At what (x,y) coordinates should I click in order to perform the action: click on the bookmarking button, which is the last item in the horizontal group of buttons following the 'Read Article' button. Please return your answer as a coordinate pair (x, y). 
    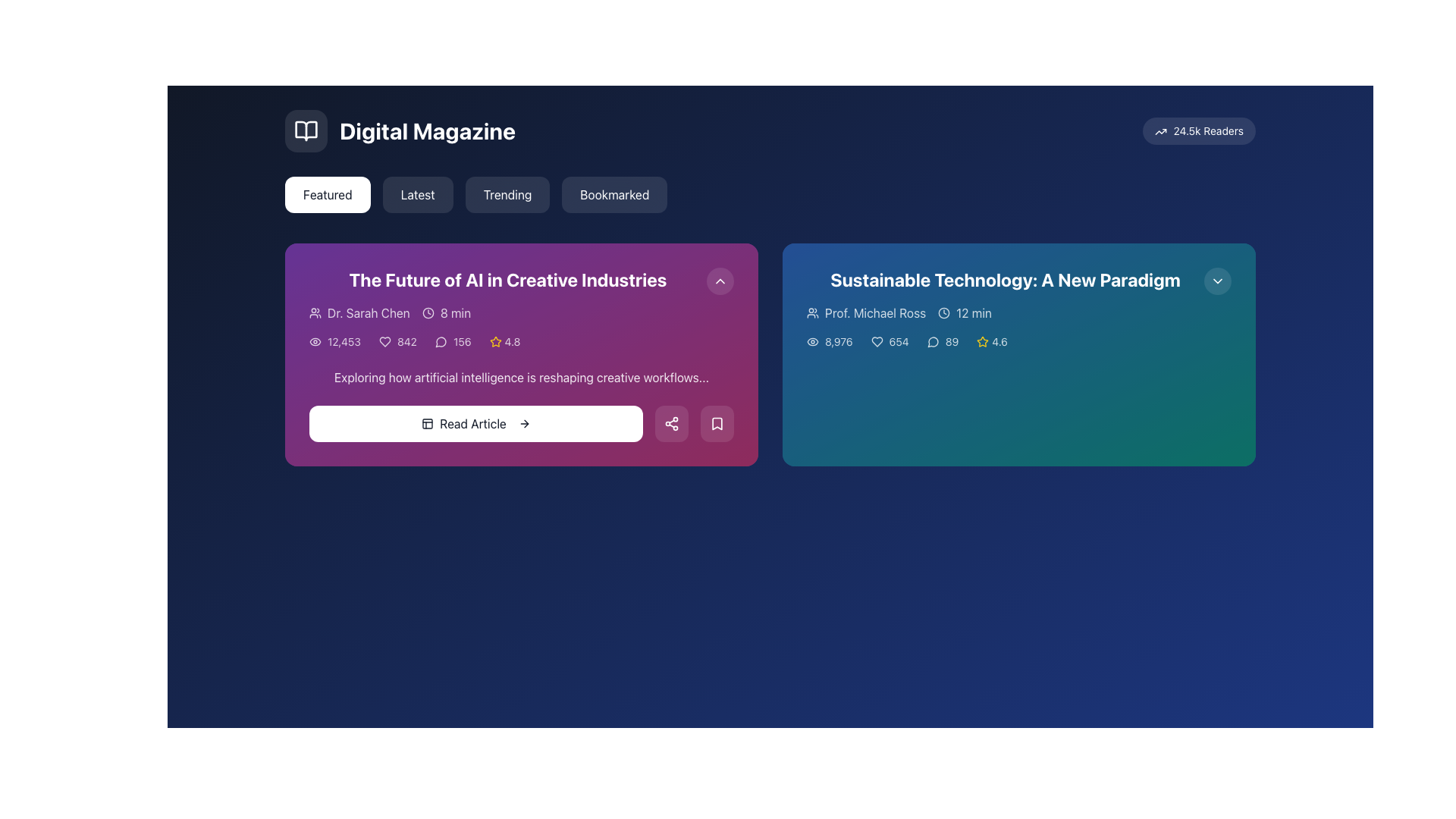
    Looking at the image, I should click on (716, 424).